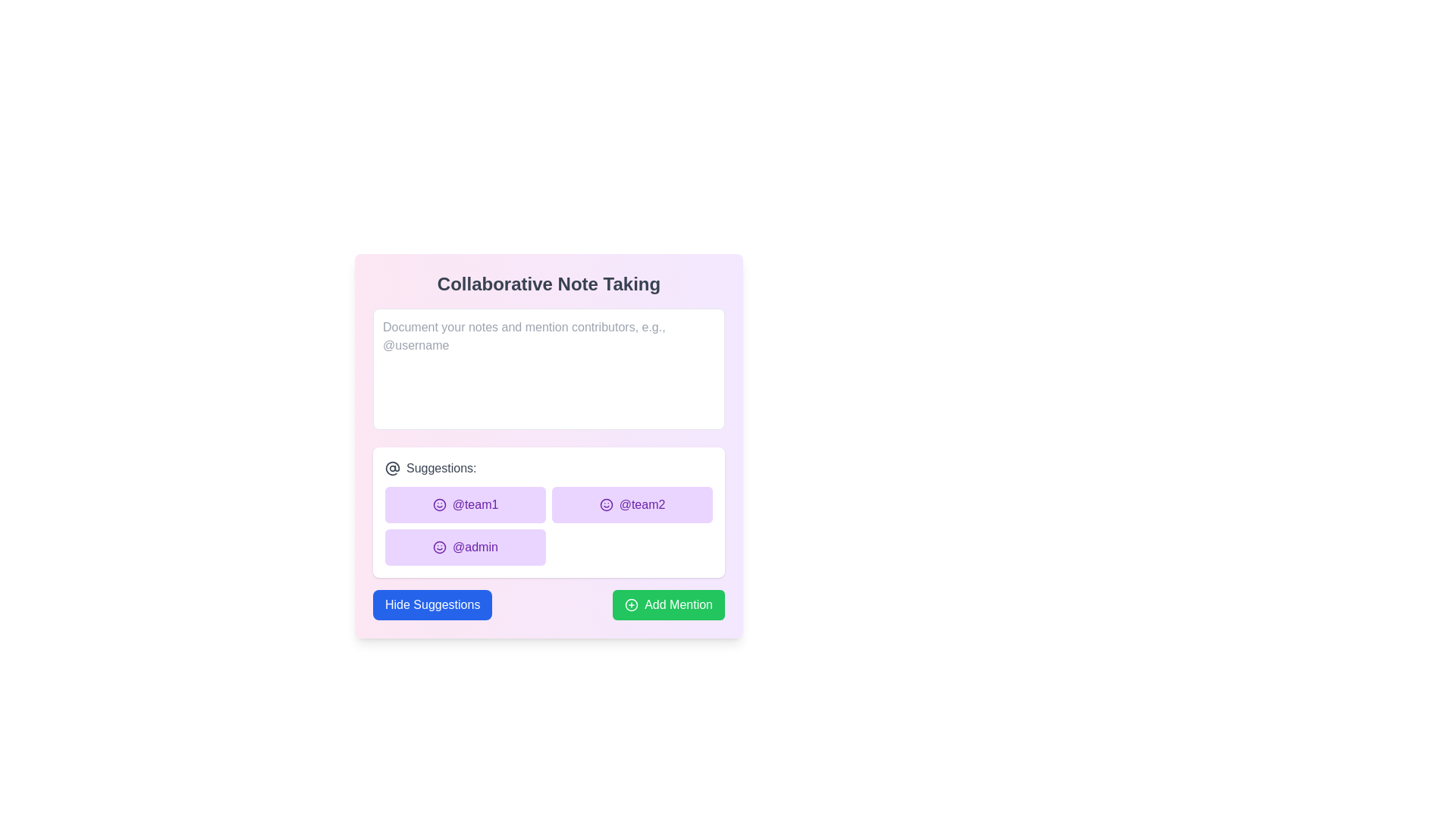  What do you see at coordinates (439, 547) in the screenshot?
I see `the central circular outline within the SVG-based smiley icon located inside the '@admin' suggestions section` at bounding box center [439, 547].